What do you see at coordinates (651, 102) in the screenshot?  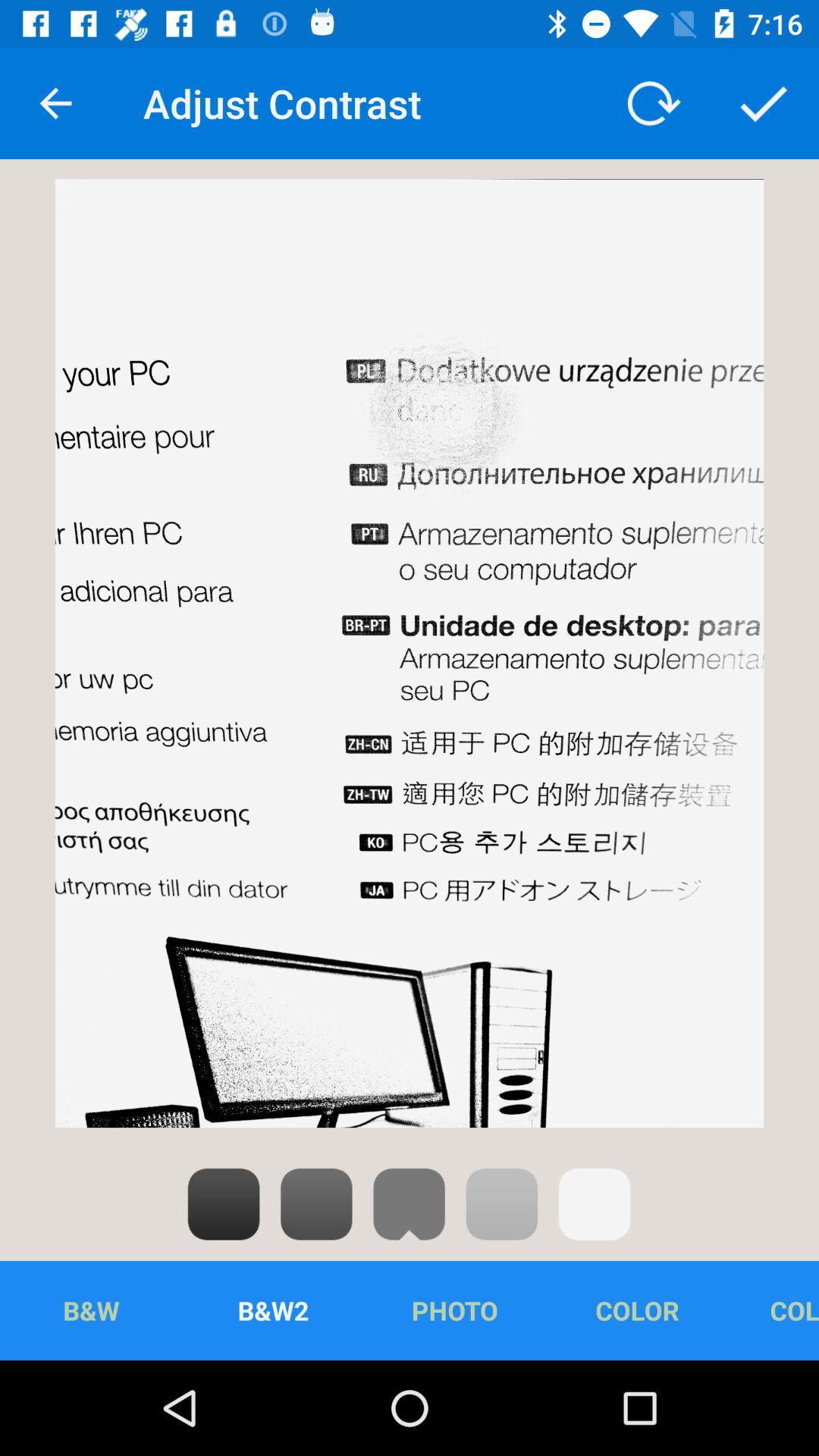 I see `icon to the right of the adjust contrast` at bounding box center [651, 102].